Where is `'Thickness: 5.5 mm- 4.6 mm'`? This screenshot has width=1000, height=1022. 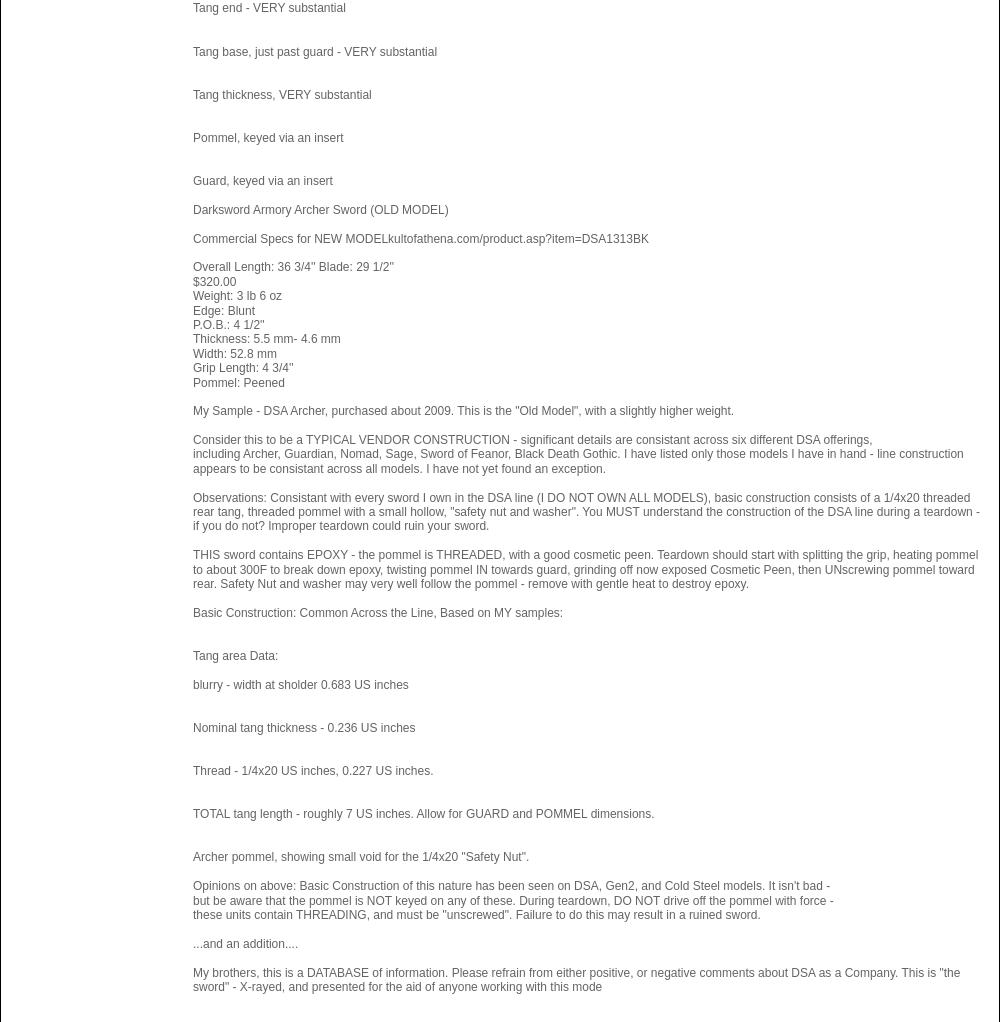
'Thickness: 5.5 mm- 4.6 mm' is located at coordinates (266, 338).